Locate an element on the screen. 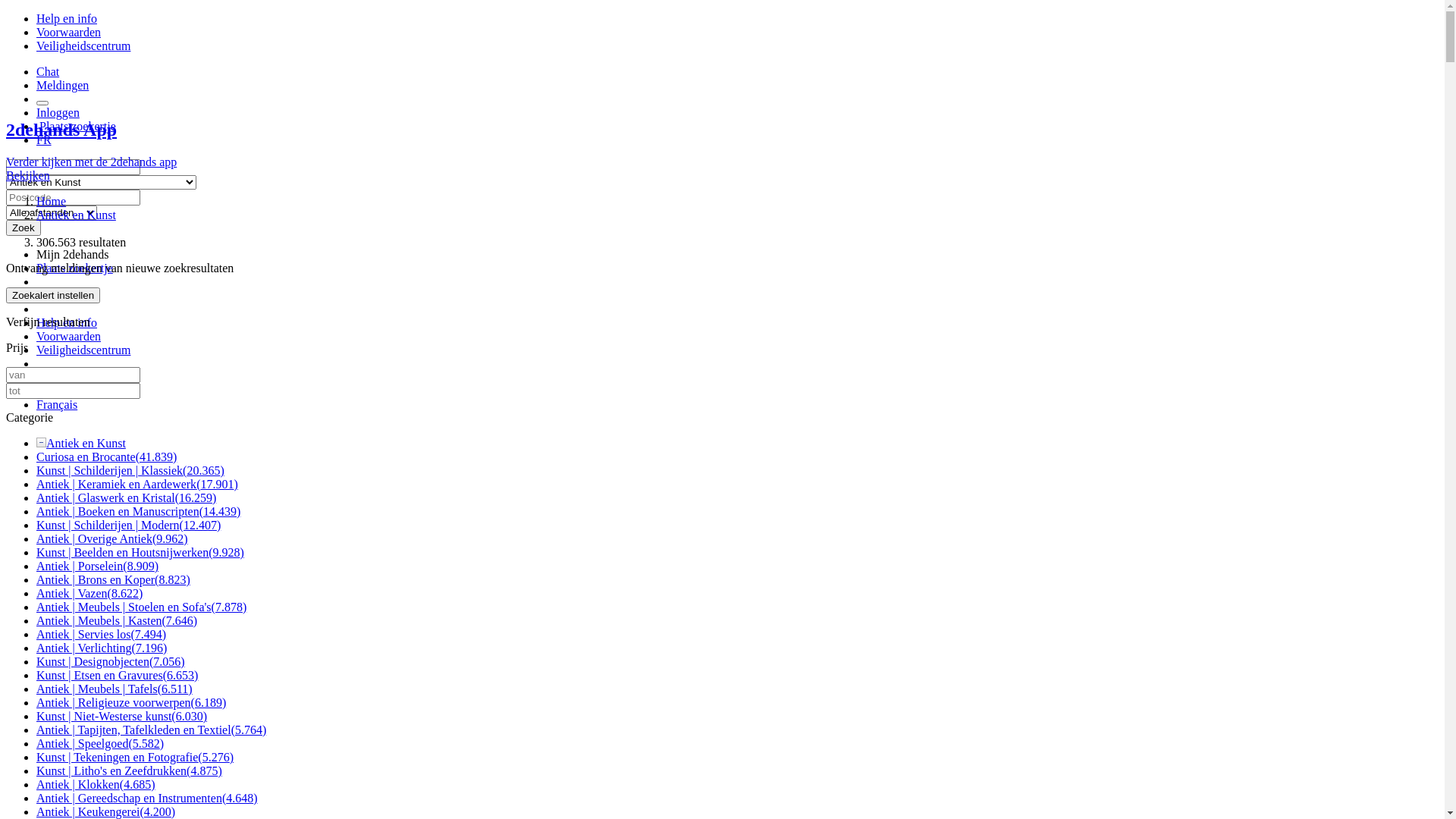 The height and width of the screenshot is (819, 1456). 'Antiek | Brons en Koper(8.823)' is located at coordinates (112, 579).